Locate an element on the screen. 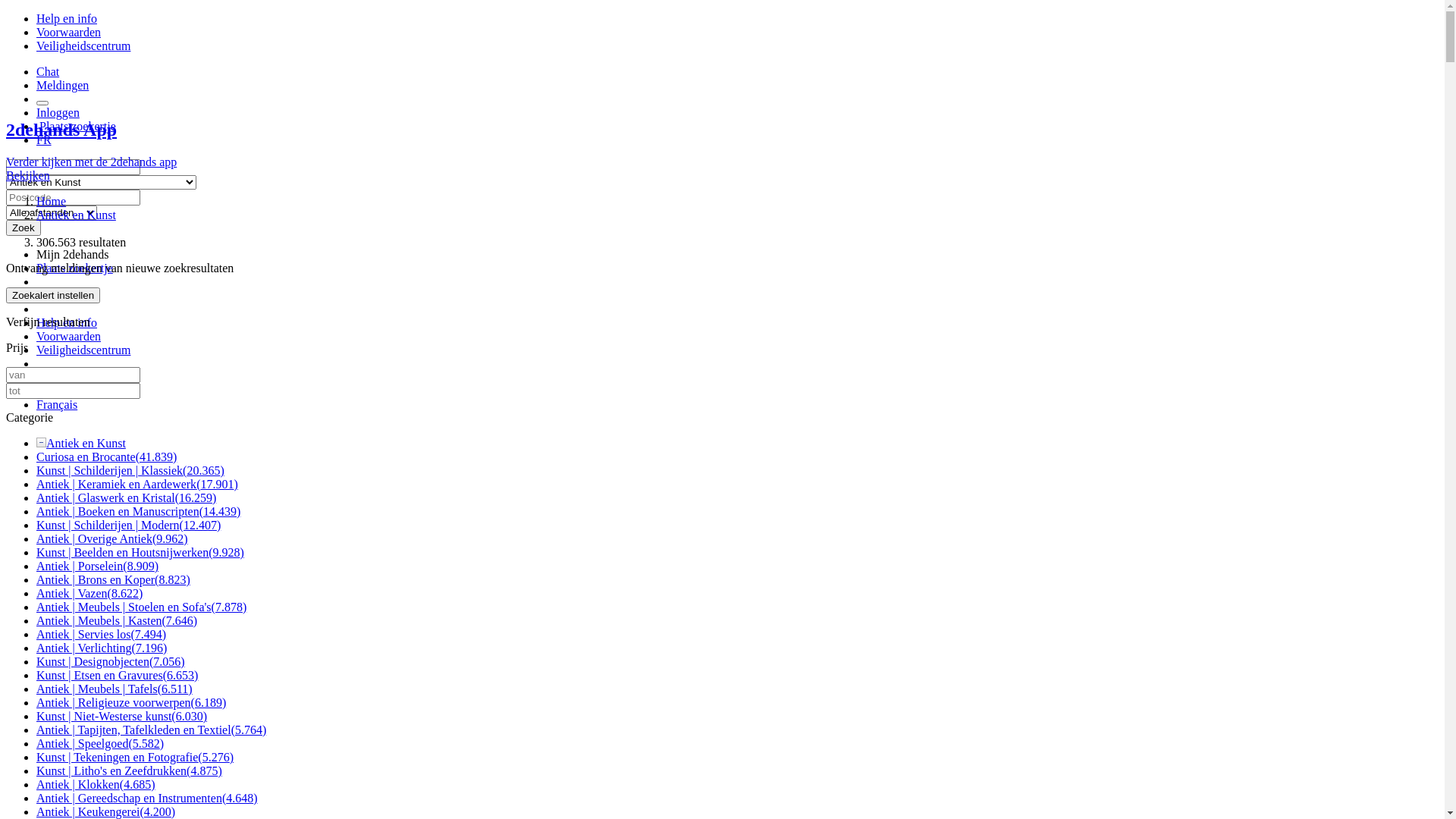 The height and width of the screenshot is (819, 1456). 'Antiek | Brons en Koper(8.823)' is located at coordinates (112, 579).